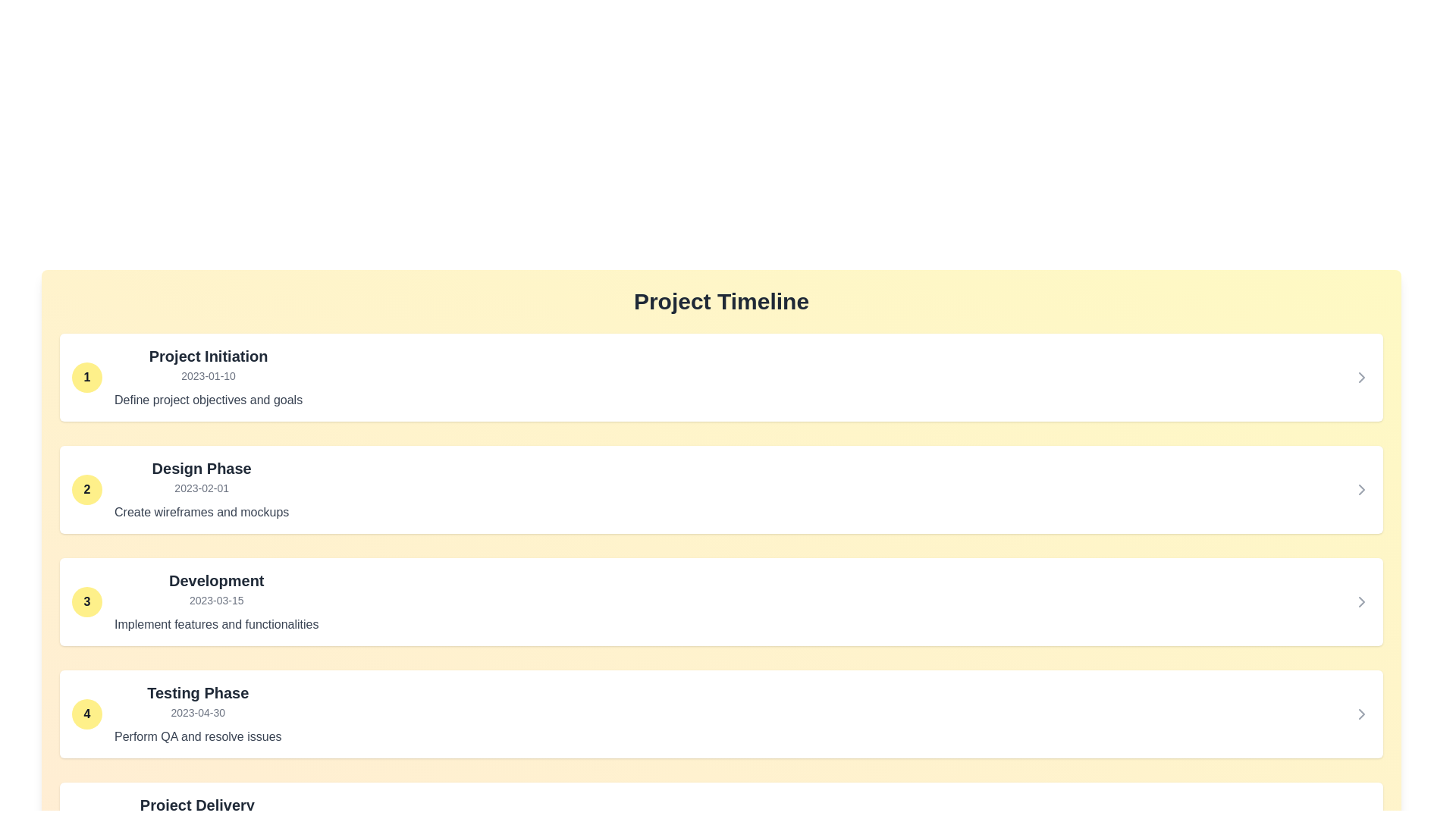  What do you see at coordinates (1361, 714) in the screenshot?
I see `the right-pointing arrow icon, which is a minimalist SVG graphic located at the far right side of the vertical timeline sequence` at bounding box center [1361, 714].